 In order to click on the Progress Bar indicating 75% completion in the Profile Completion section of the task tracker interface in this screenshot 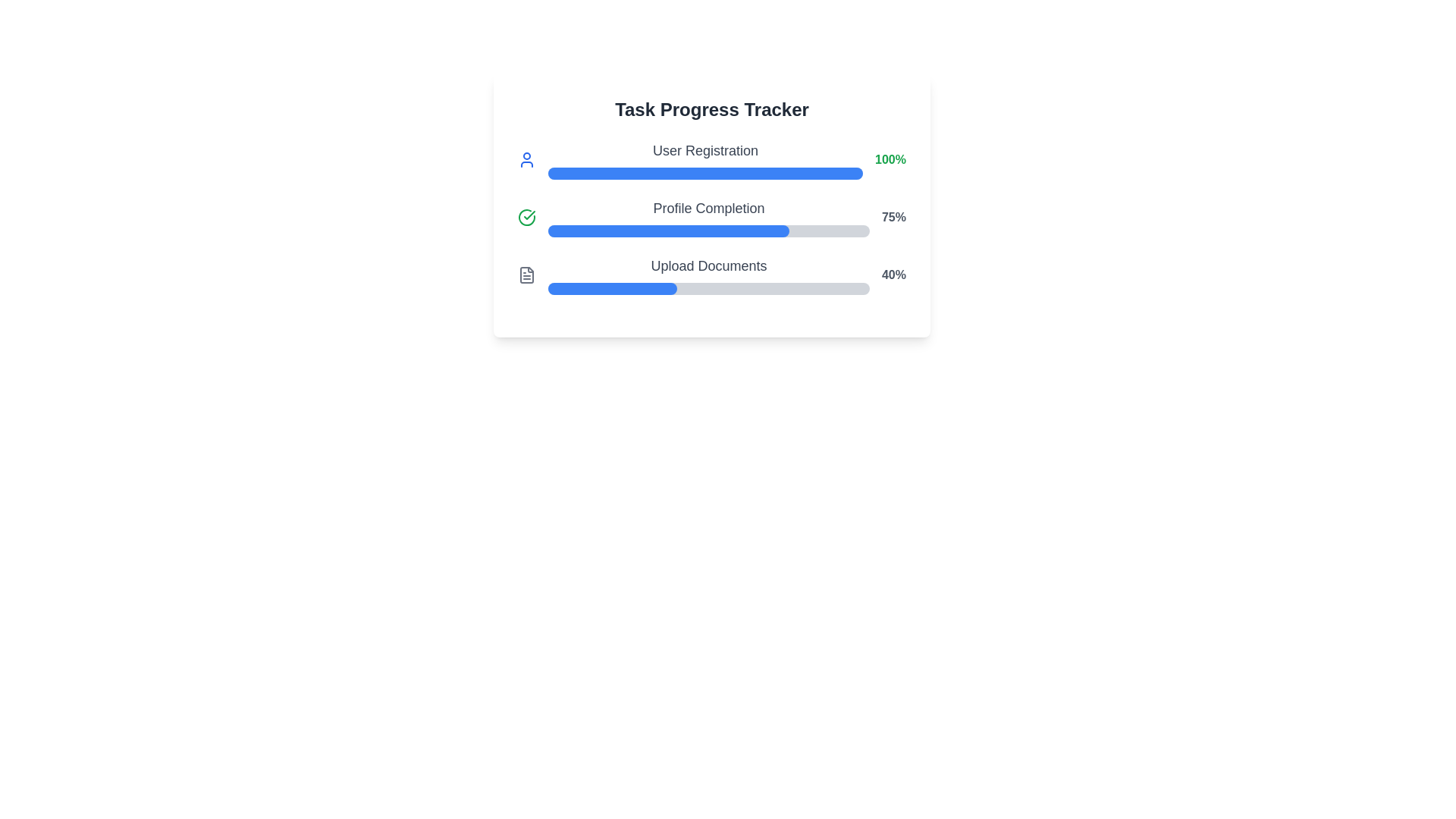, I will do `click(668, 231)`.